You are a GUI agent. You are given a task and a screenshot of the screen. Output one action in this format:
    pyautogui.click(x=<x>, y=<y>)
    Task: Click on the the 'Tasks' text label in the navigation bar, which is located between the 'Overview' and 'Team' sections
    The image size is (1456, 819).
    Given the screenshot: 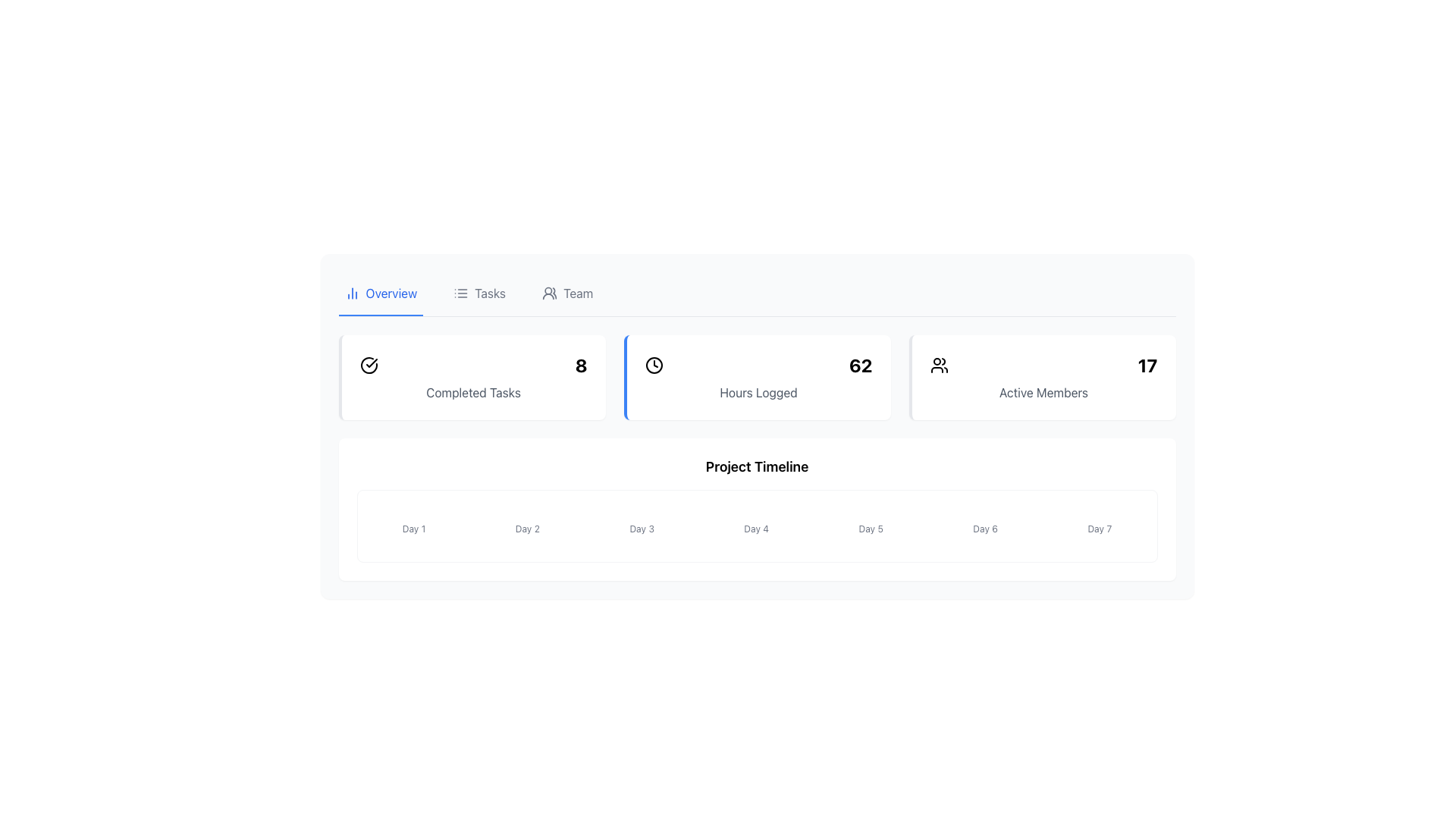 What is the action you would take?
    pyautogui.click(x=490, y=293)
    